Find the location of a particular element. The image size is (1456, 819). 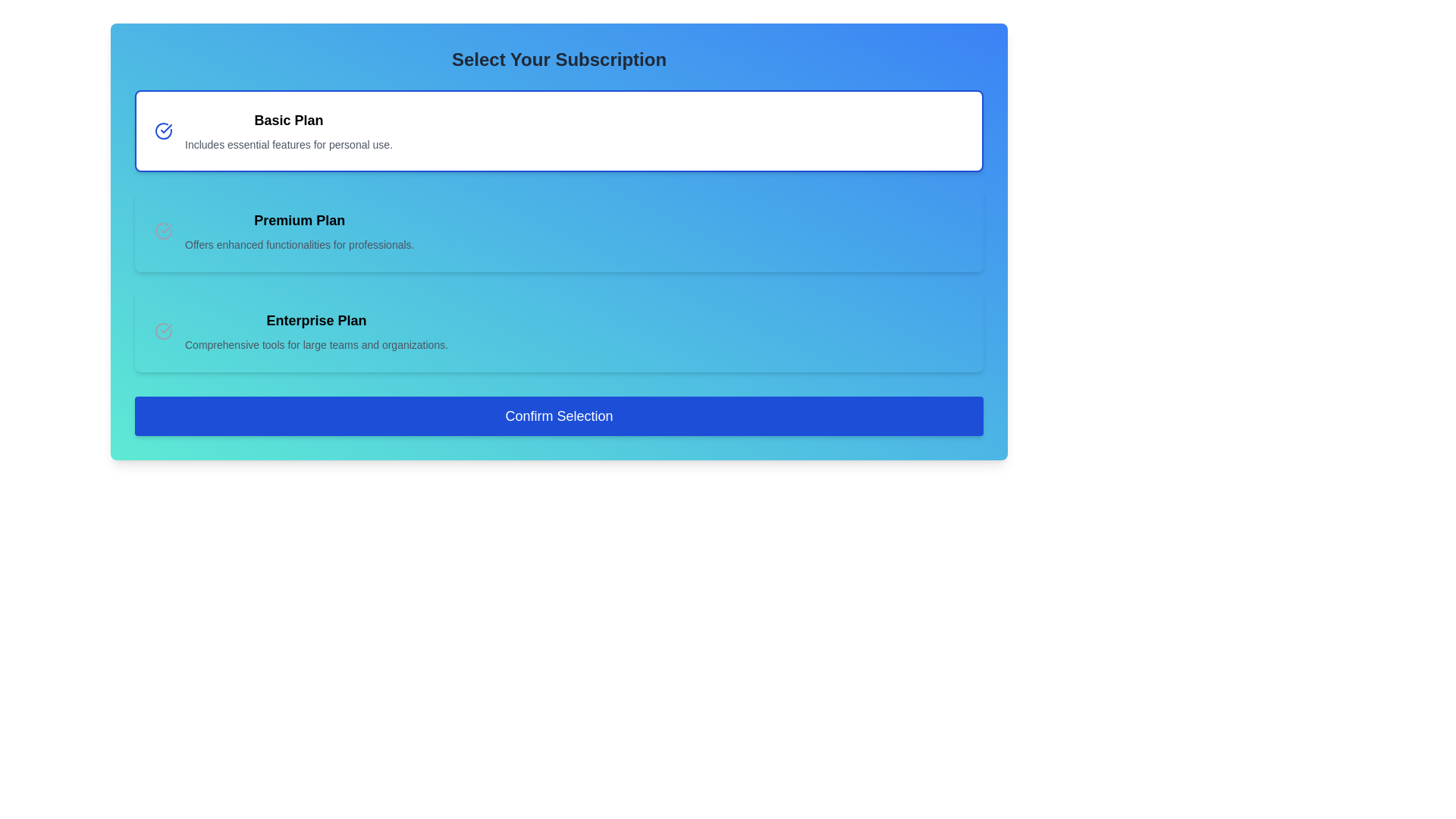

the text element styled in a smaller gray font that reads 'Comprehensive tools for large teams and organizations.', positioned directly below the 'Enterprise Plan' header is located at coordinates (315, 345).